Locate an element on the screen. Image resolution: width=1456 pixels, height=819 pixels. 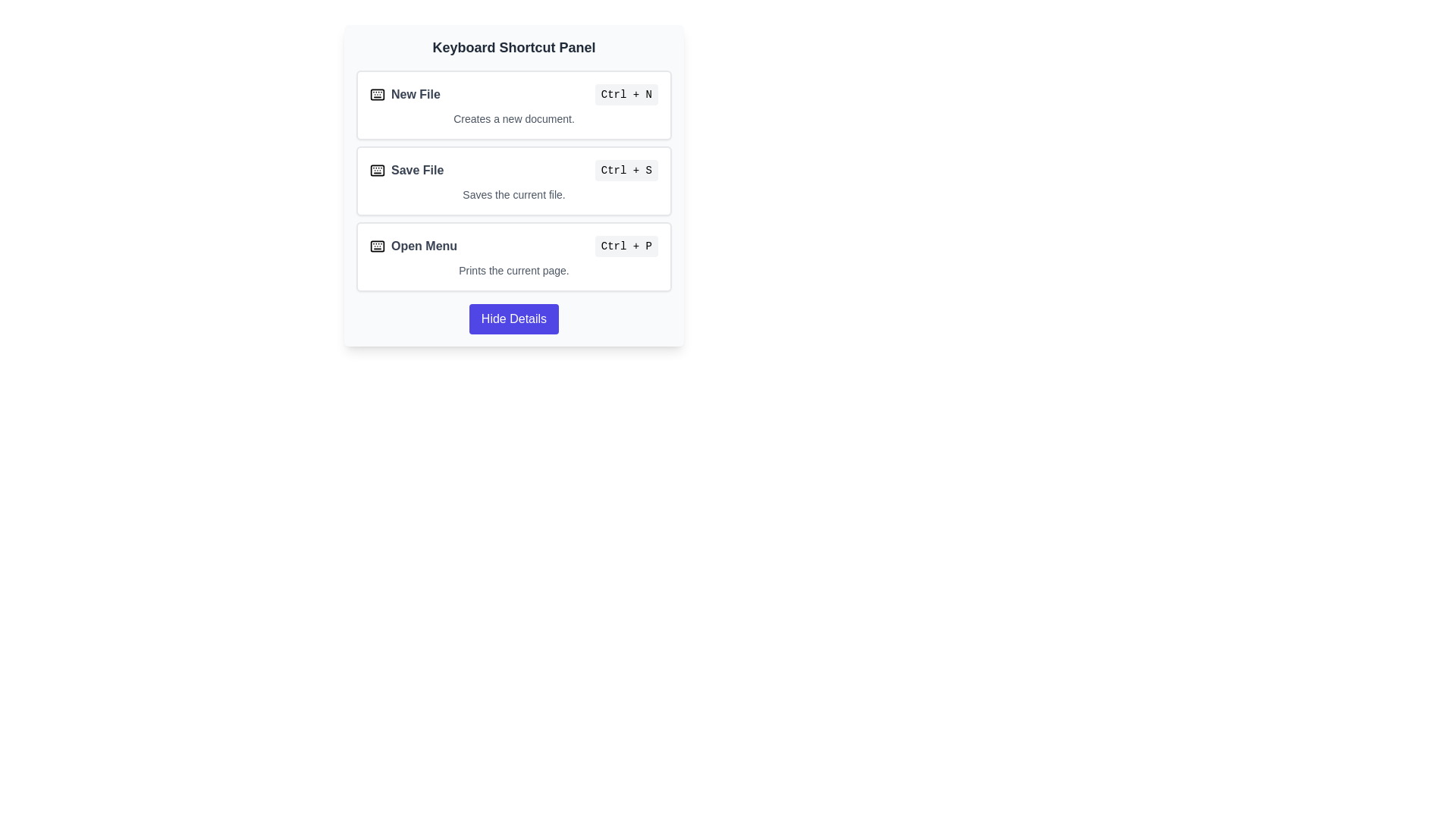
shortcut information from the first list item under the 'Keyboard Shortcut Panel', which provides a shortcut reference for creating a new file is located at coordinates (513, 94).